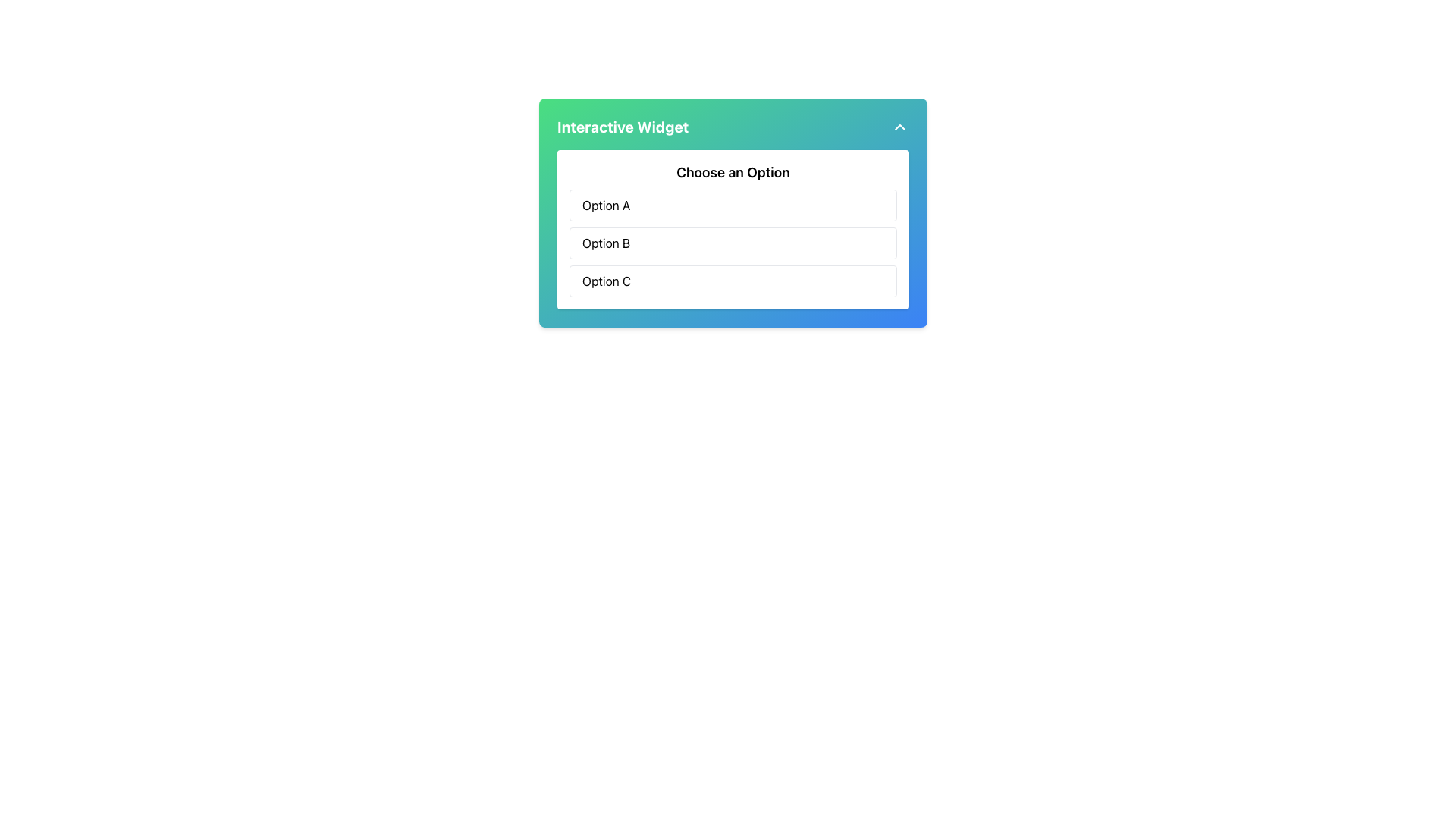 This screenshot has height=819, width=1456. I want to click on the 'Option A' button, which is a rectangular button with rounded corners and light border located beneath the title 'Choose an Option'. The button displays a light blue background on hover, indicating interactivity, so click(733, 205).